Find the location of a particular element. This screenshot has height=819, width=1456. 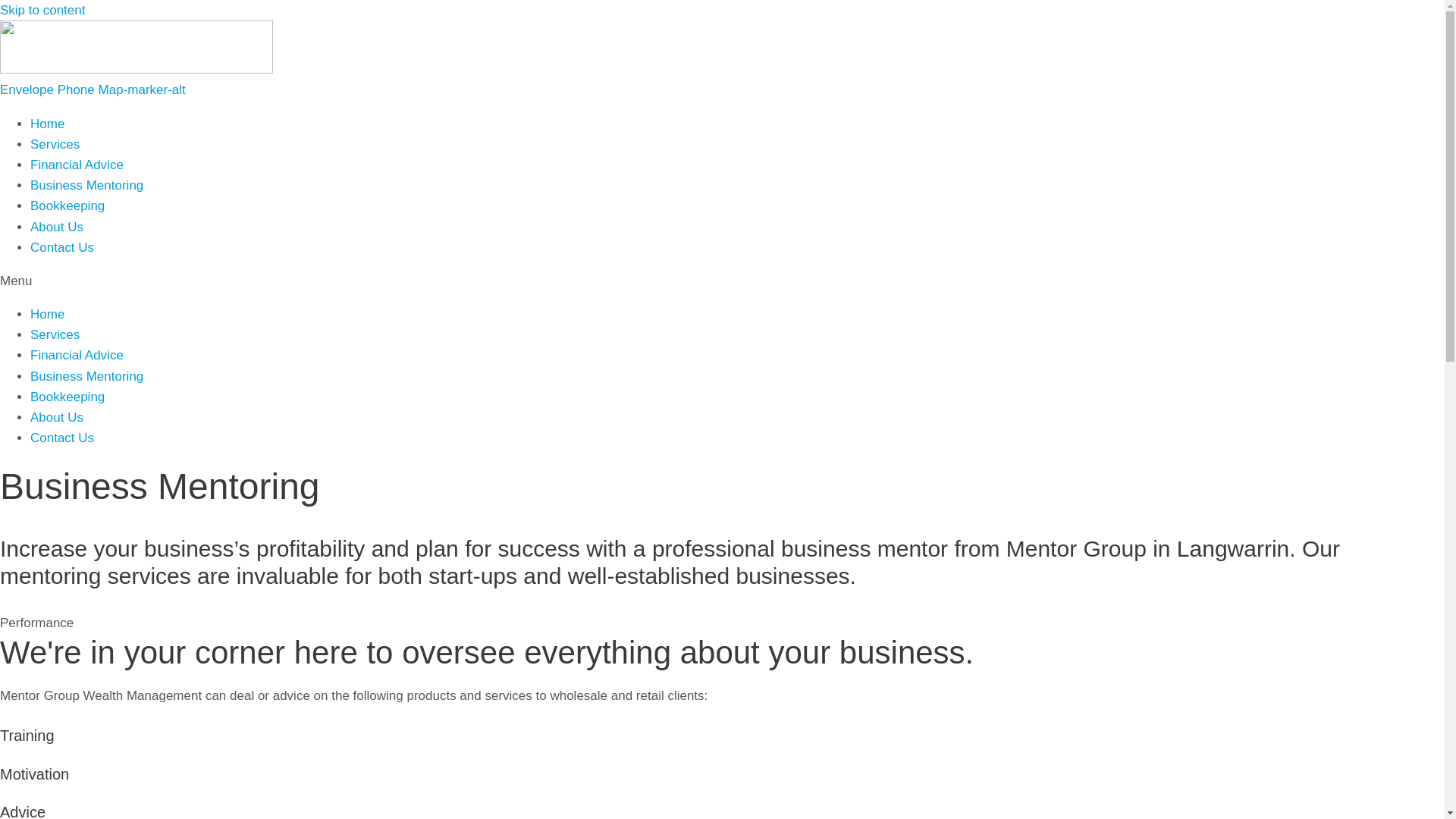

'Services' is located at coordinates (55, 334).